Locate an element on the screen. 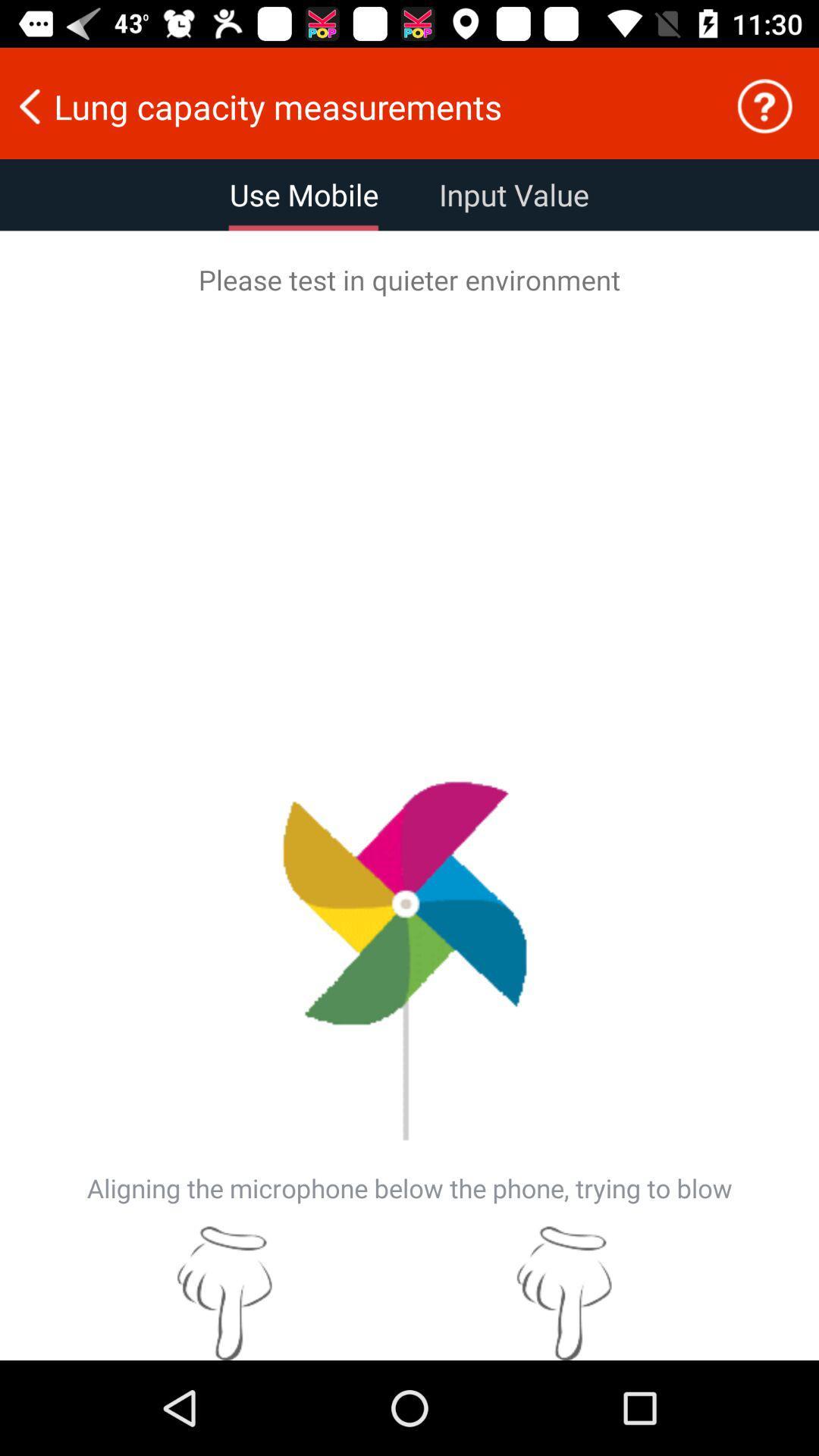  input value item is located at coordinates (513, 194).